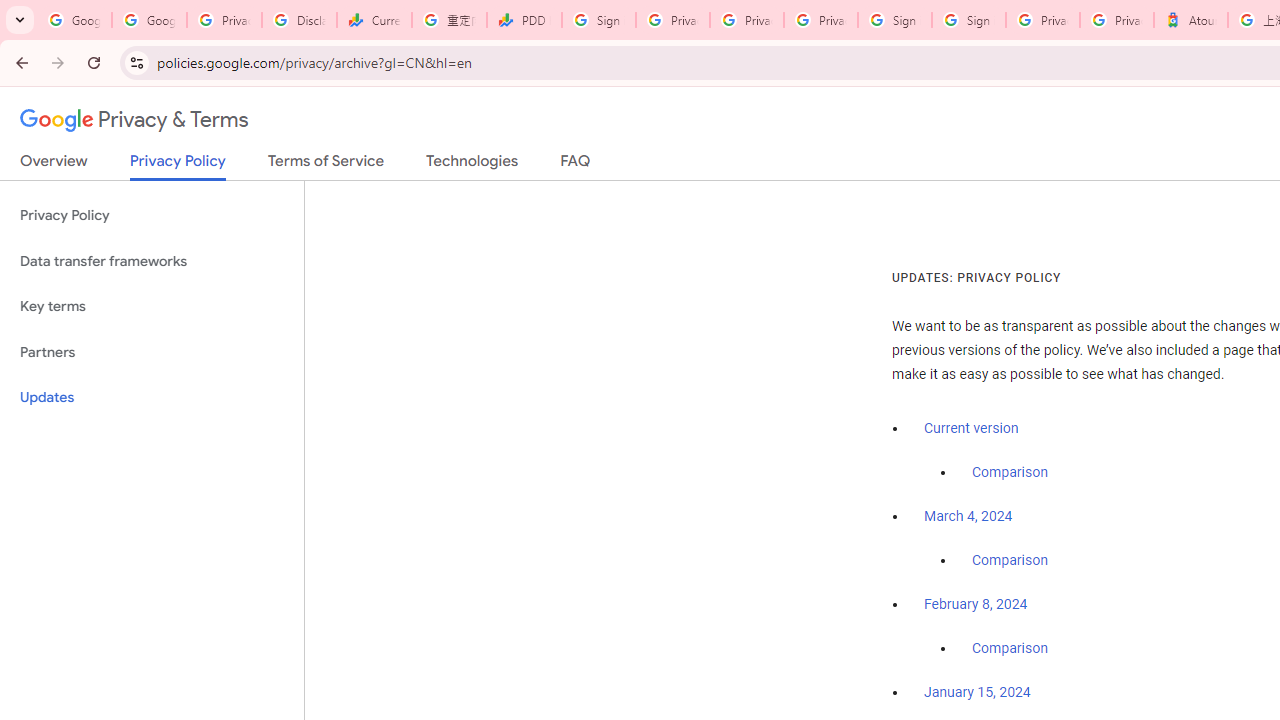 This screenshot has height=720, width=1280. Describe the element at coordinates (74, 20) in the screenshot. I see `'Google Workspace Admin Community'` at that location.